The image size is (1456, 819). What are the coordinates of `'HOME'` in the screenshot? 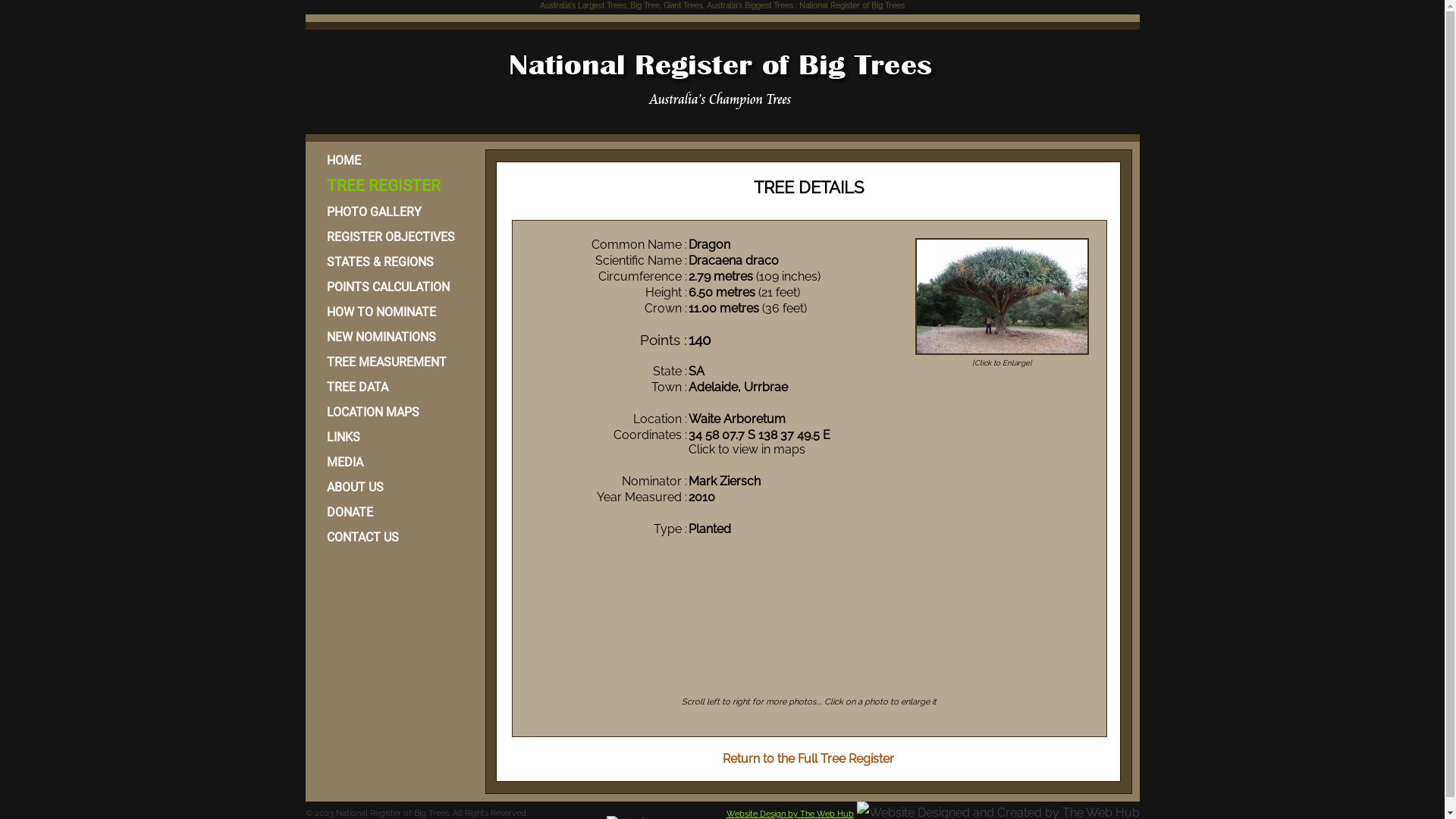 It's located at (393, 160).